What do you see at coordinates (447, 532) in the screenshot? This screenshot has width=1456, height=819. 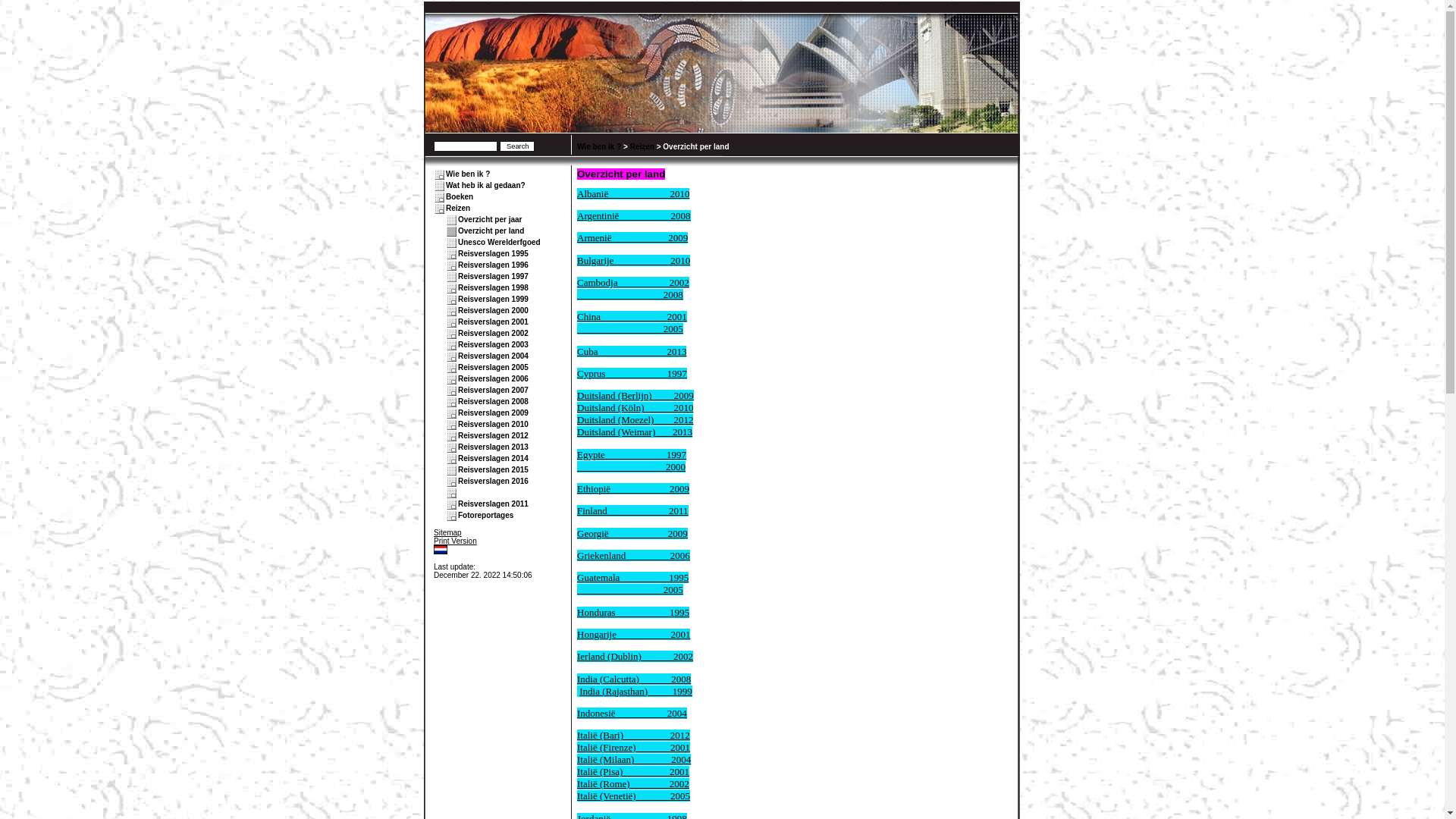 I see `'Sitemap'` at bounding box center [447, 532].